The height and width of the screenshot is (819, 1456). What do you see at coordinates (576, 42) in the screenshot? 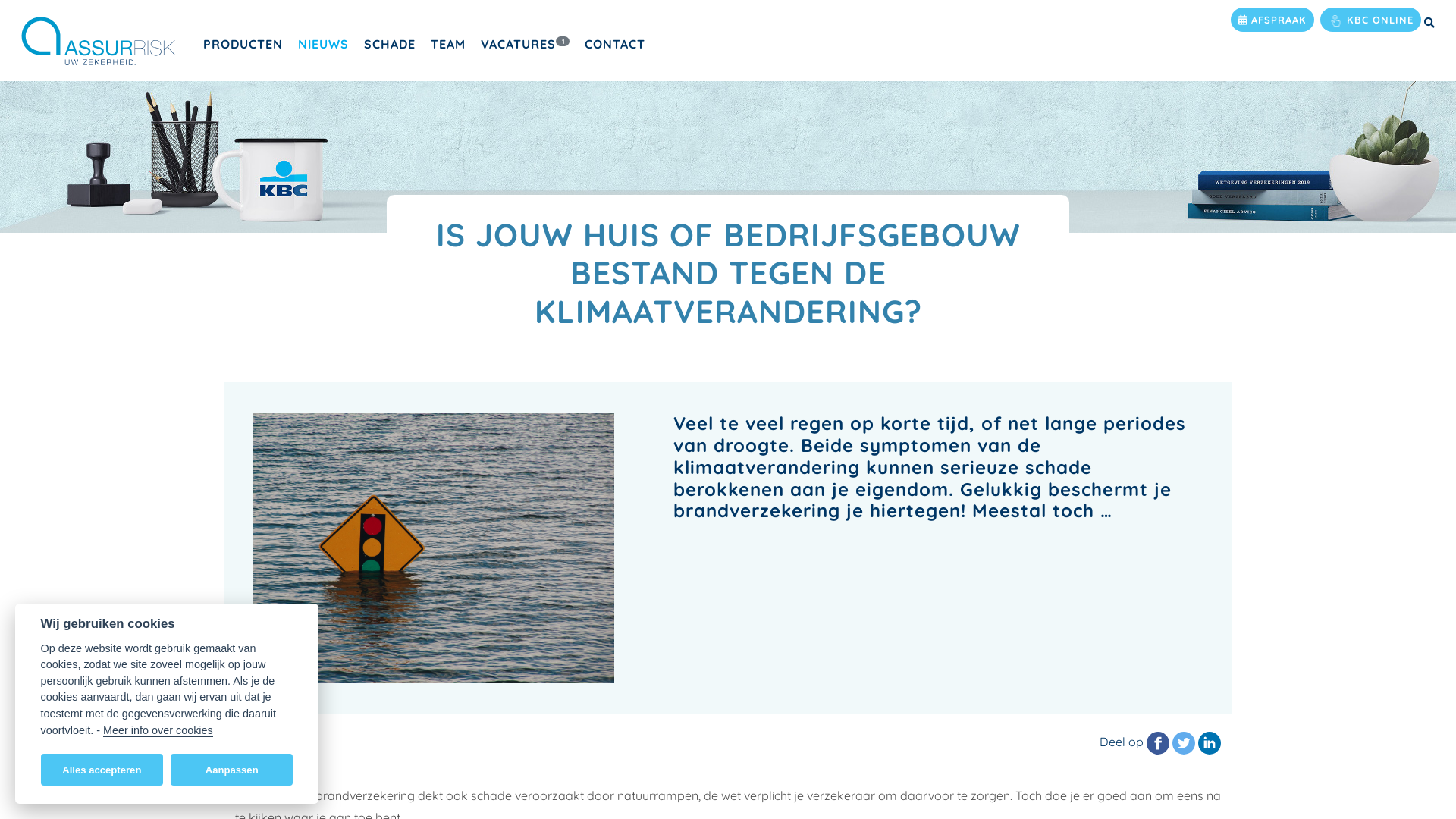
I see `'CONTACT'` at bounding box center [576, 42].